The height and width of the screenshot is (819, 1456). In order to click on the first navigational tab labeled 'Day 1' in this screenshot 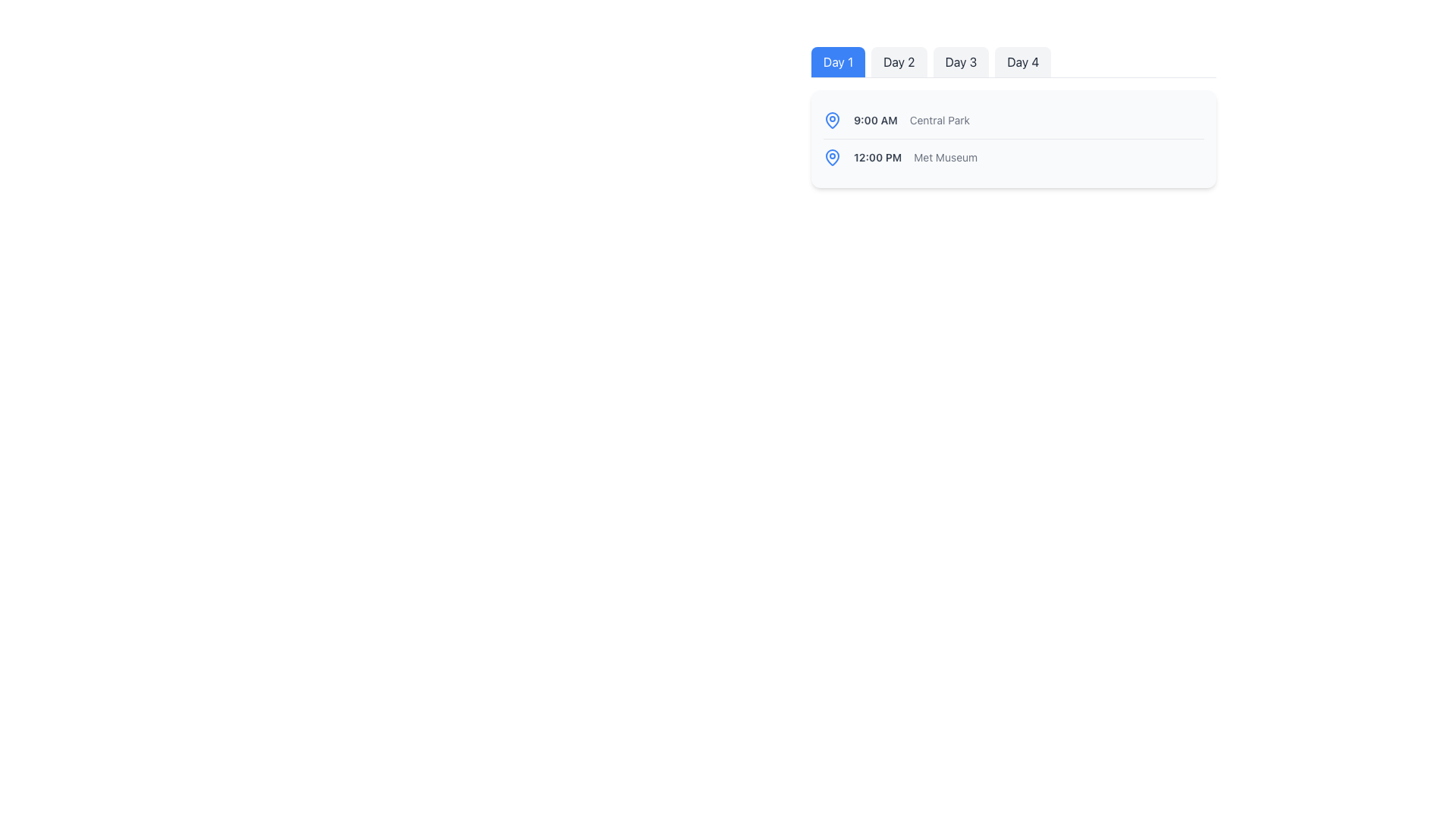, I will do `click(837, 61)`.